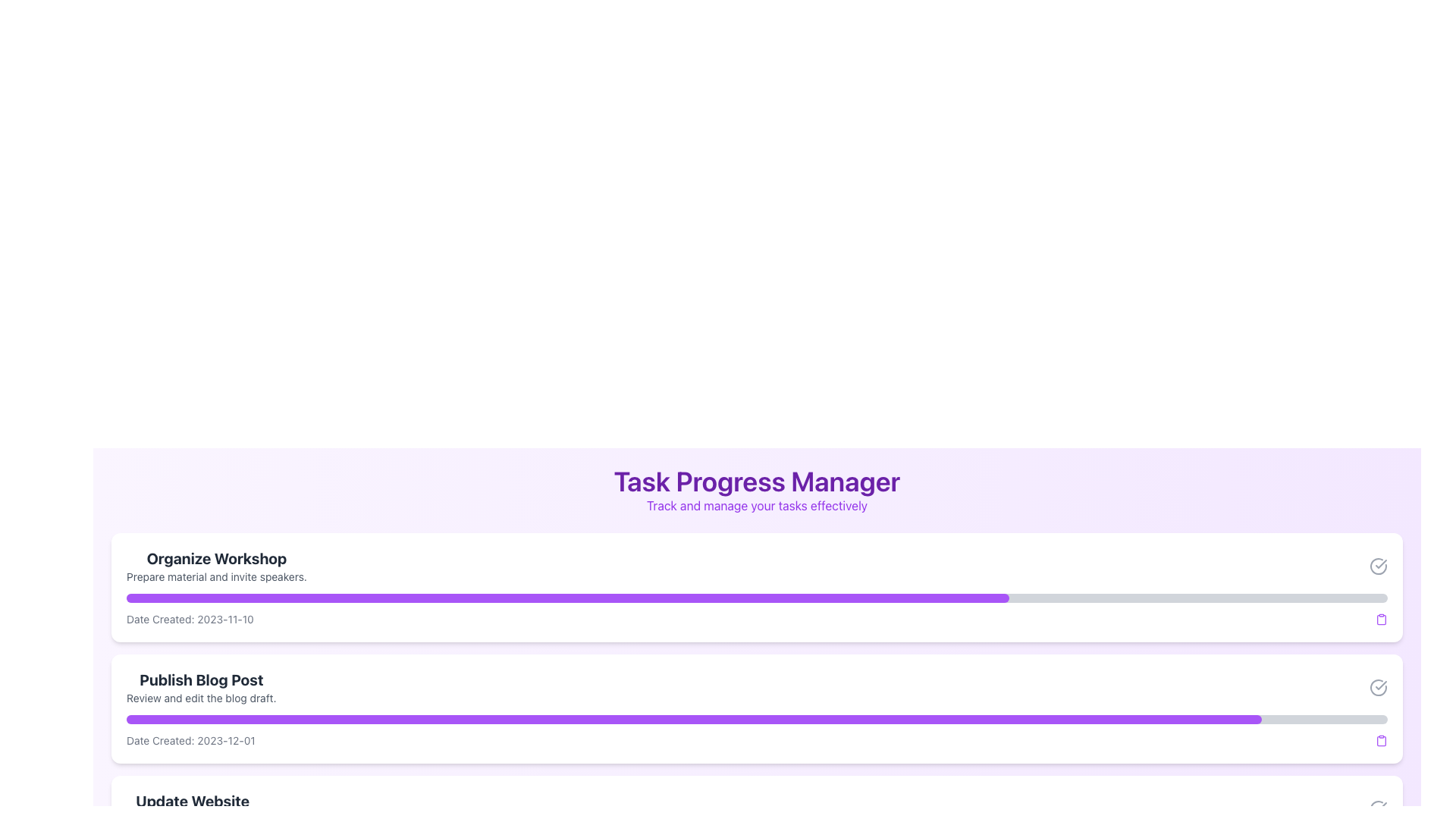 Image resolution: width=1456 pixels, height=819 pixels. What do you see at coordinates (215, 566) in the screenshot?
I see `the 'Organize Workshop' label, which features a bold header and a subtext line, located at the top of the first card in a vertically stacked list of tasks` at bounding box center [215, 566].